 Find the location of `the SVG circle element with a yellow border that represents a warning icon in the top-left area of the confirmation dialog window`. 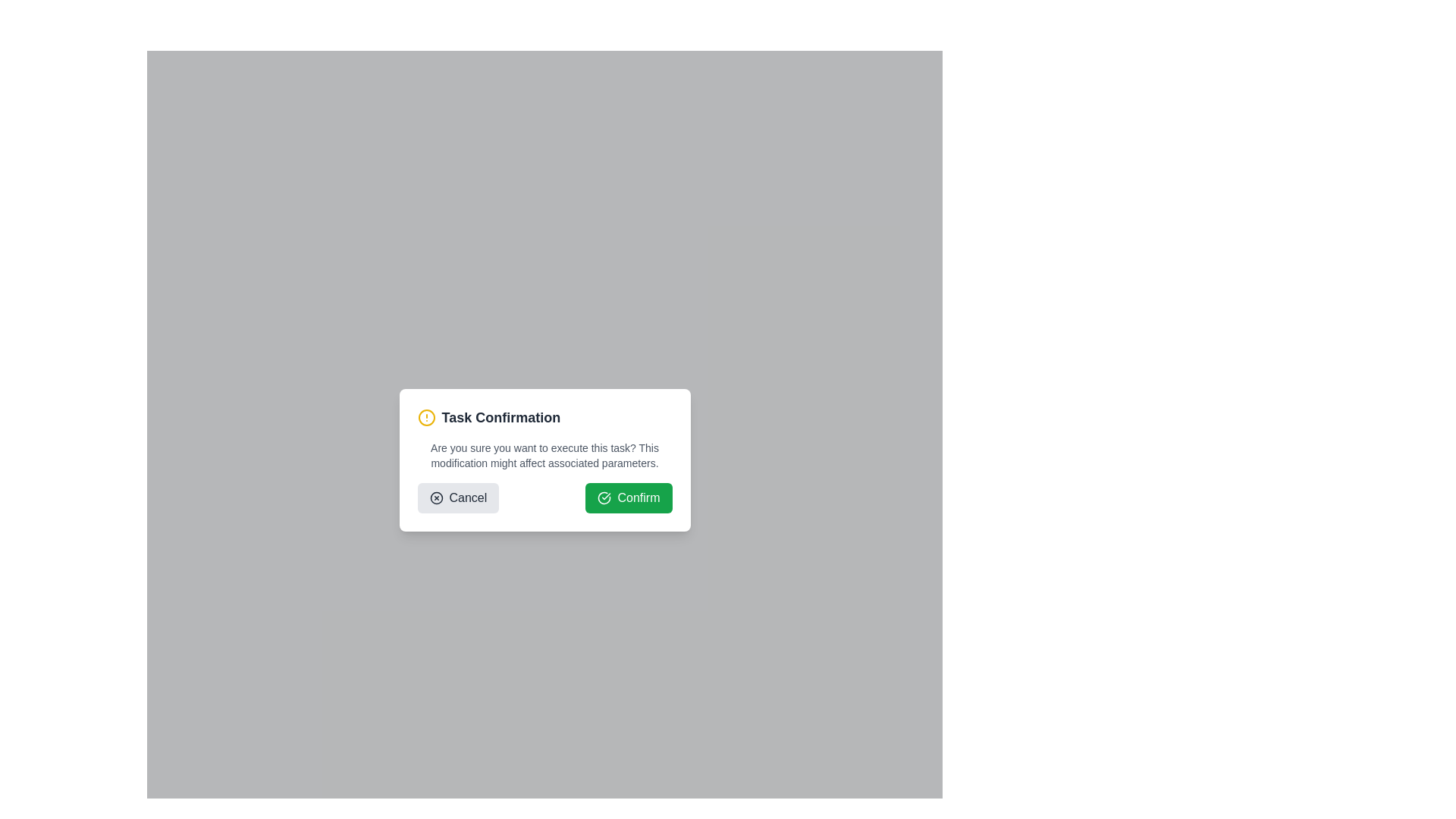

the SVG circle element with a yellow border that represents a warning icon in the top-left area of the confirmation dialog window is located at coordinates (425, 418).